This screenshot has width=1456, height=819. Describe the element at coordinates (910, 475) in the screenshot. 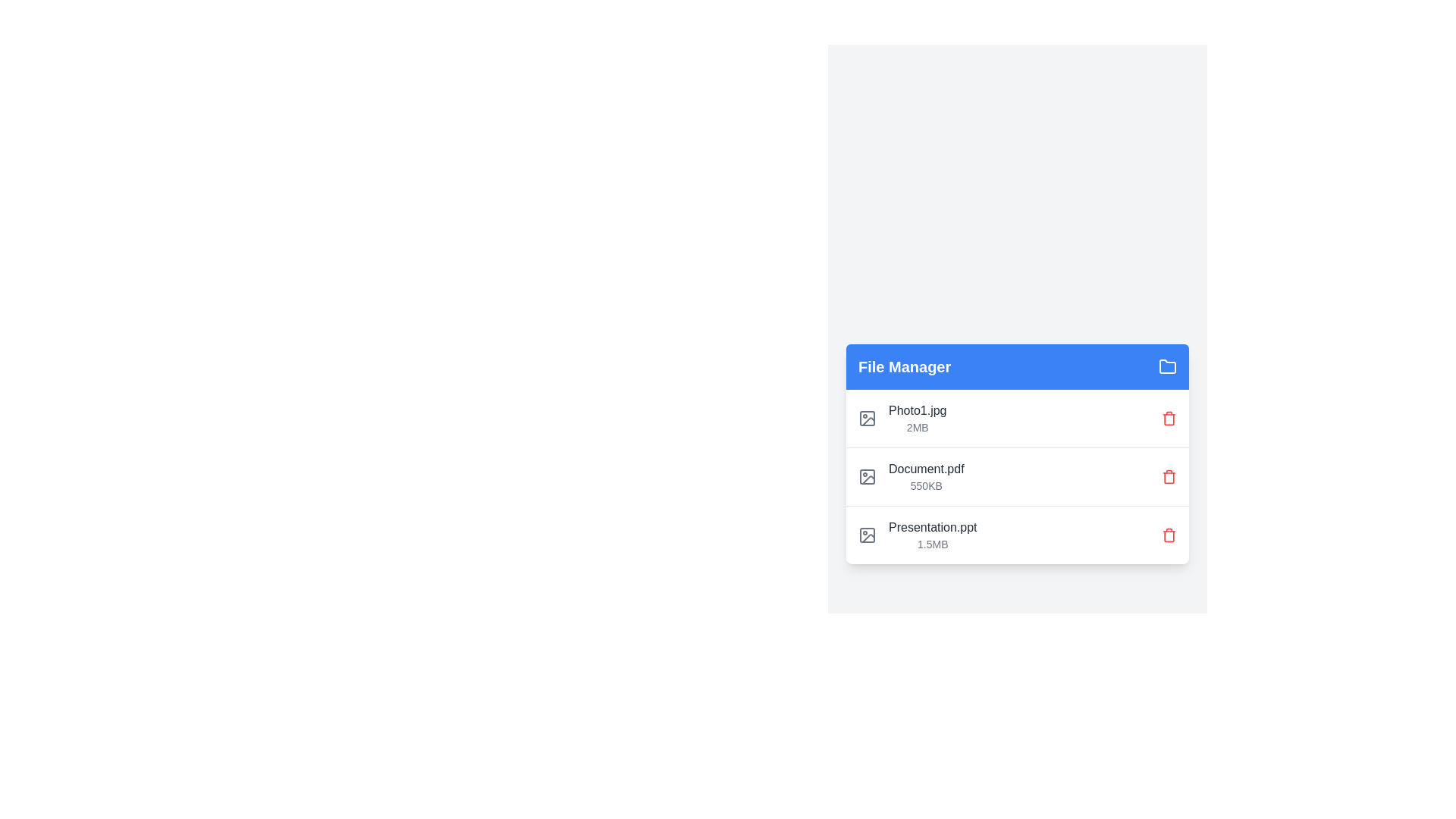

I see `to select the second file entry in the File Manager, which displays the file name and size, located below 'Photo1.jpg' and above 'Presentation.ppt'` at that location.